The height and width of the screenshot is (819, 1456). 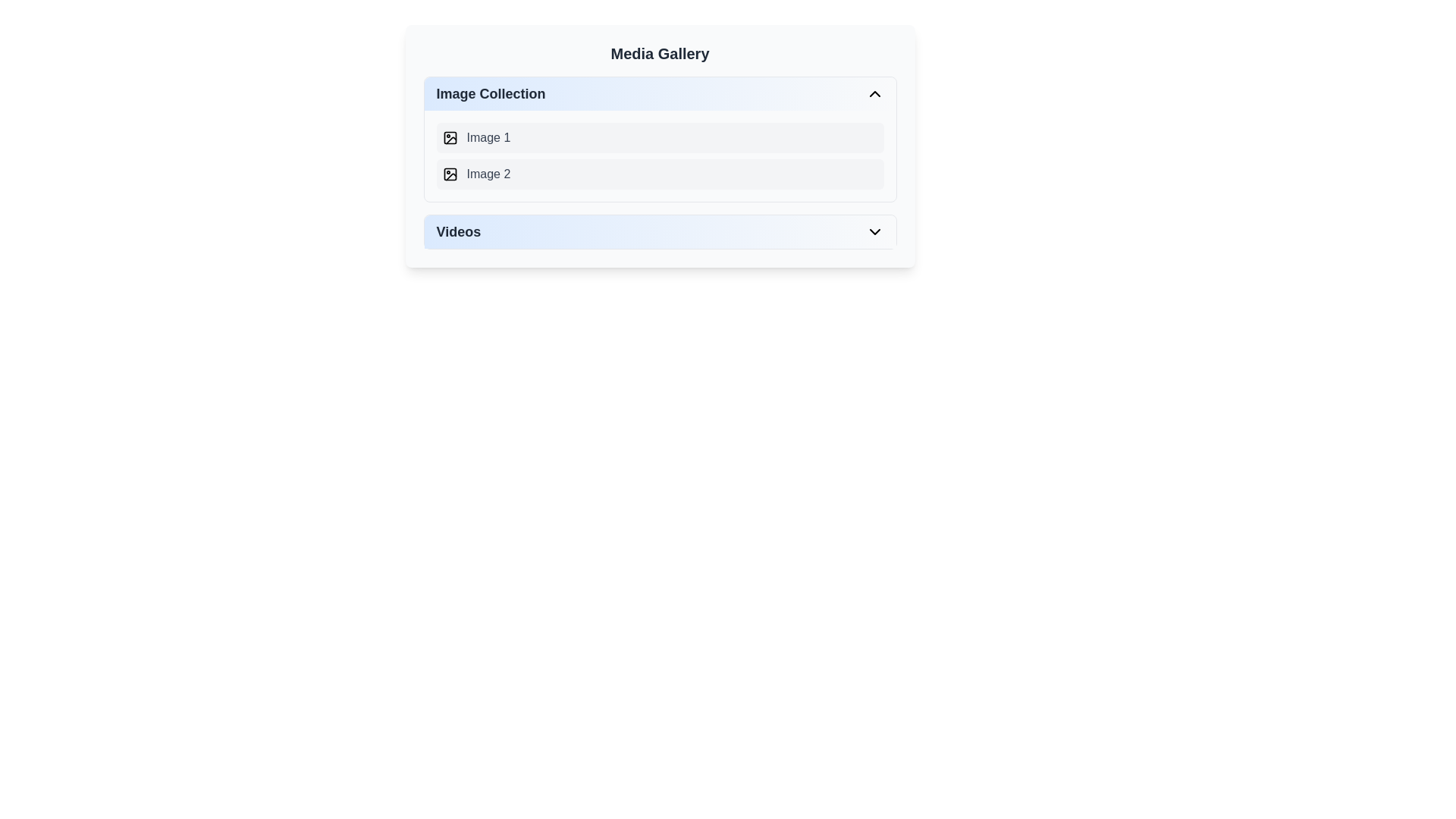 What do you see at coordinates (449, 174) in the screenshot?
I see `the SVG Shape representing 'Image 2' in the 'Image Collection' list` at bounding box center [449, 174].